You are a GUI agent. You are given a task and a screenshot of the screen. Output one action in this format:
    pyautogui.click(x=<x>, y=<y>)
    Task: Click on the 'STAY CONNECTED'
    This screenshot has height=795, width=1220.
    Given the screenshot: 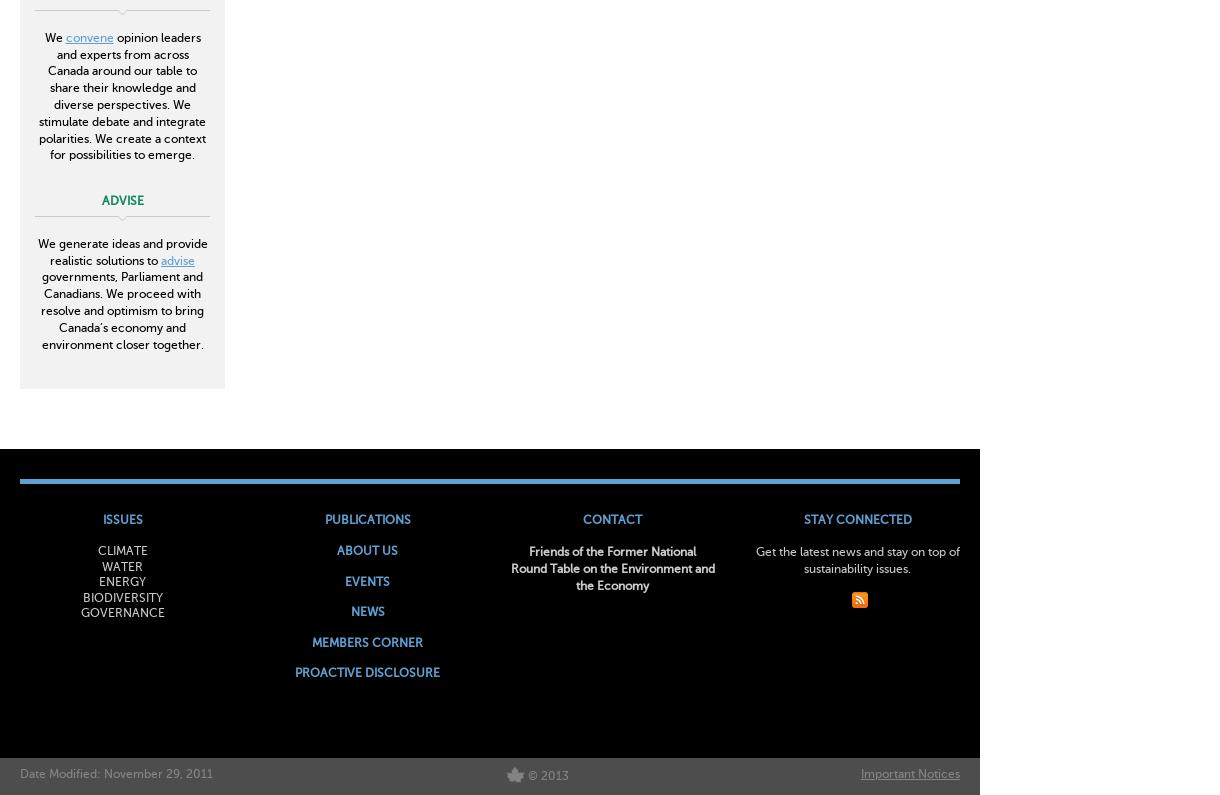 What is the action you would take?
    pyautogui.click(x=857, y=519)
    